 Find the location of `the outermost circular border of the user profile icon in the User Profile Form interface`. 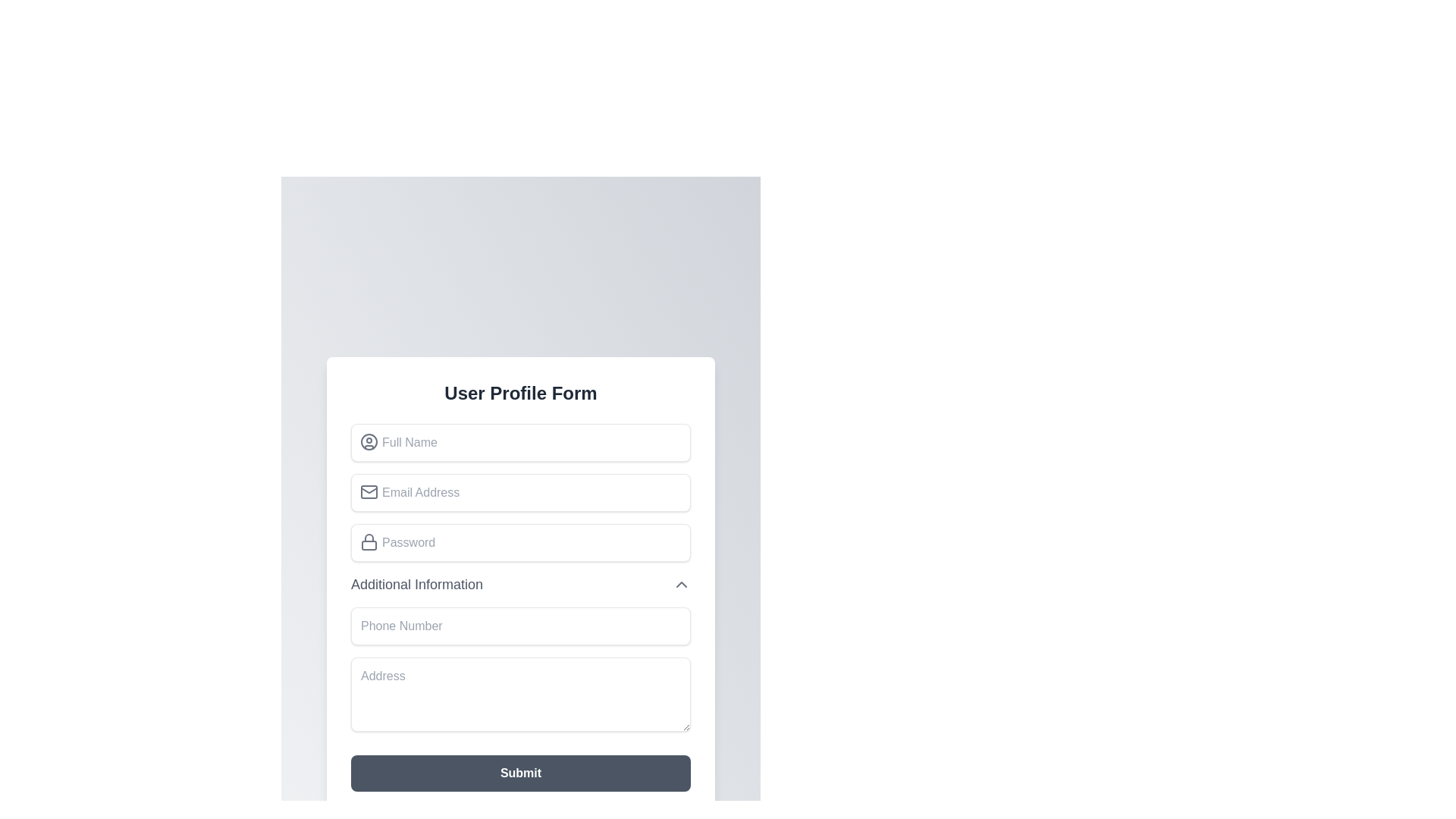

the outermost circular border of the user profile icon in the User Profile Form interface is located at coordinates (369, 441).